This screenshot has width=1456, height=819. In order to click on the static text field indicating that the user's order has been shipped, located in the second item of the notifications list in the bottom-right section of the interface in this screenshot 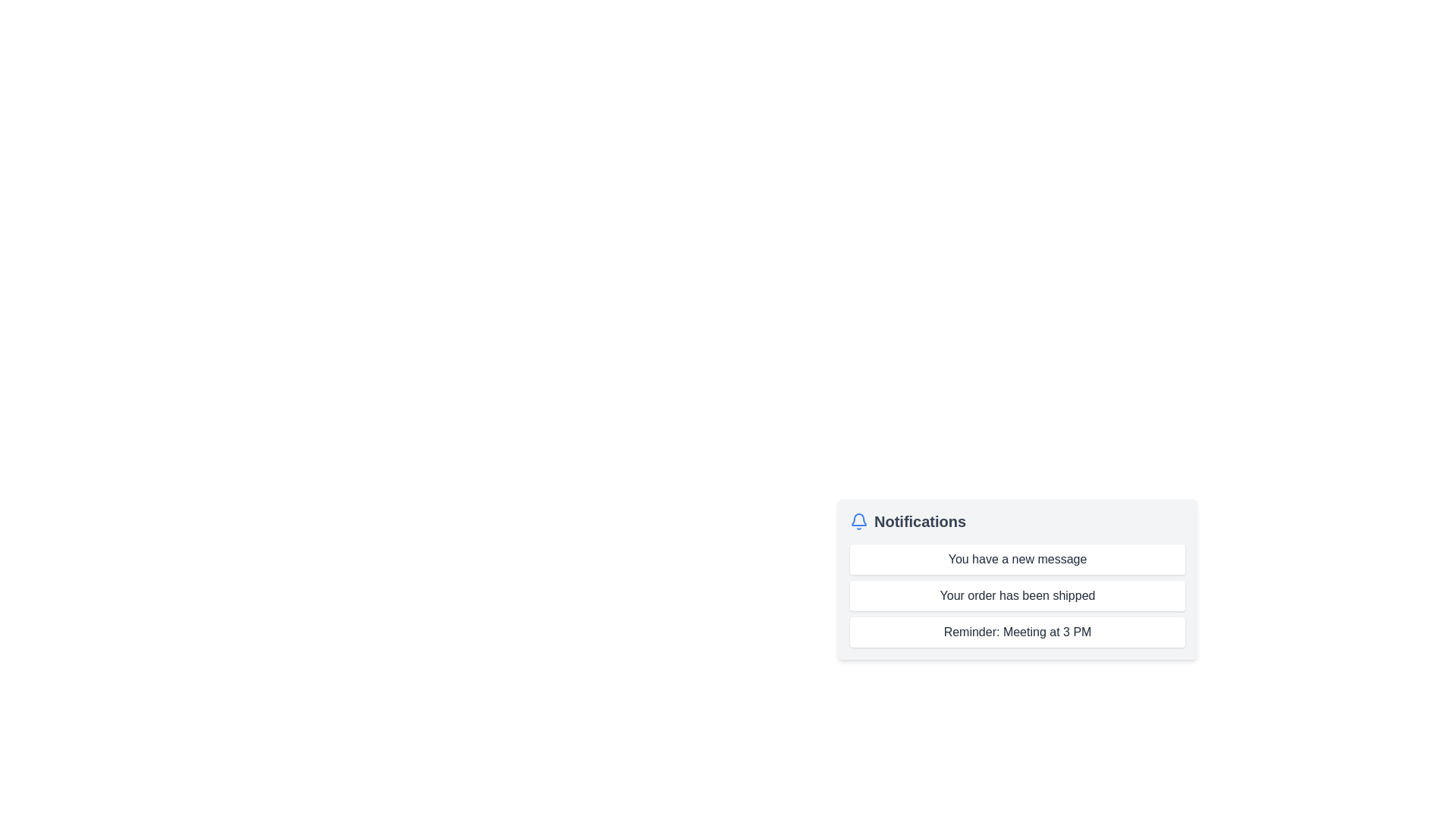, I will do `click(1018, 595)`.